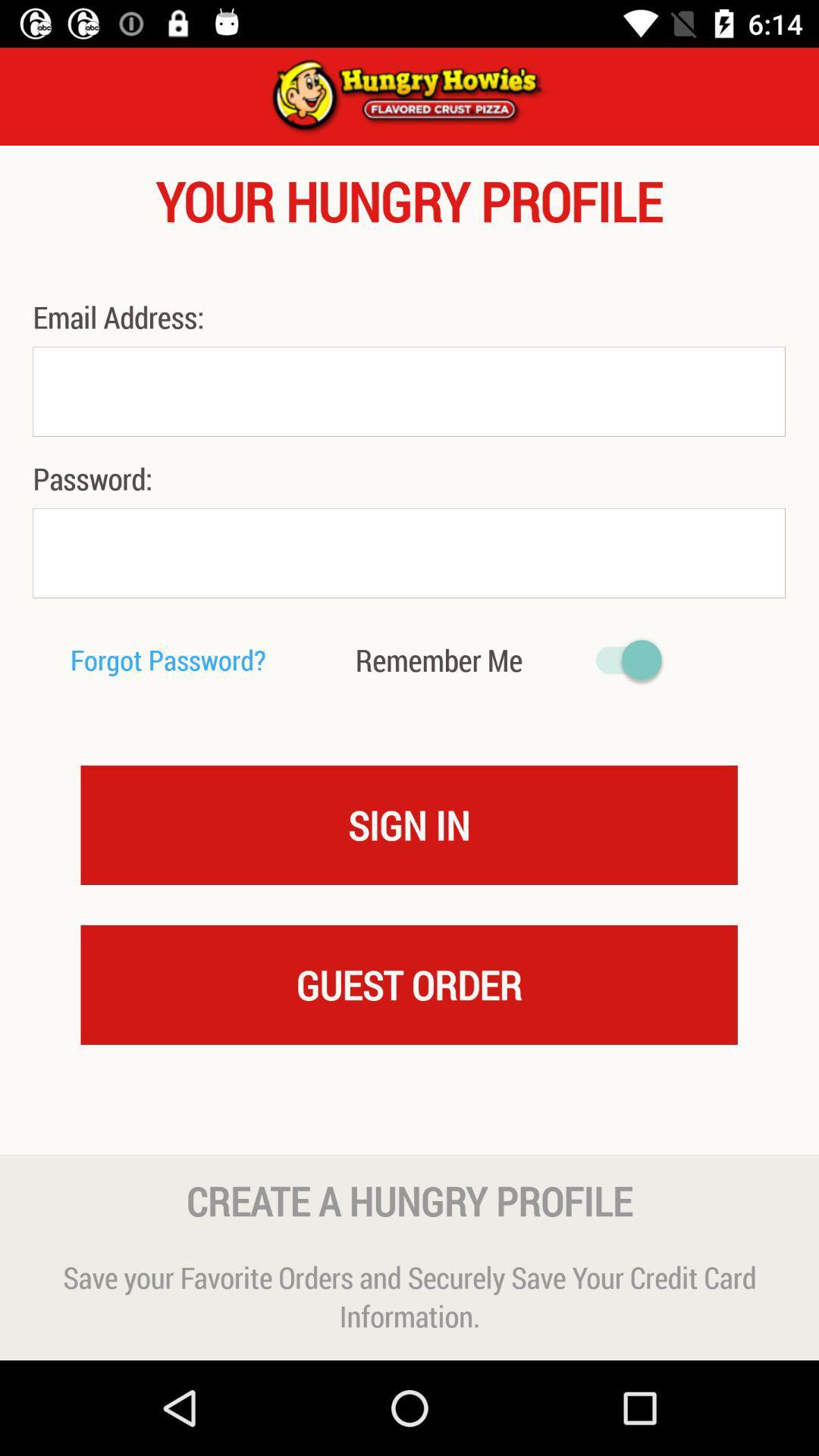 The width and height of the screenshot is (819, 1456). Describe the element at coordinates (408, 984) in the screenshot. I see `the guest order icon` at that location.